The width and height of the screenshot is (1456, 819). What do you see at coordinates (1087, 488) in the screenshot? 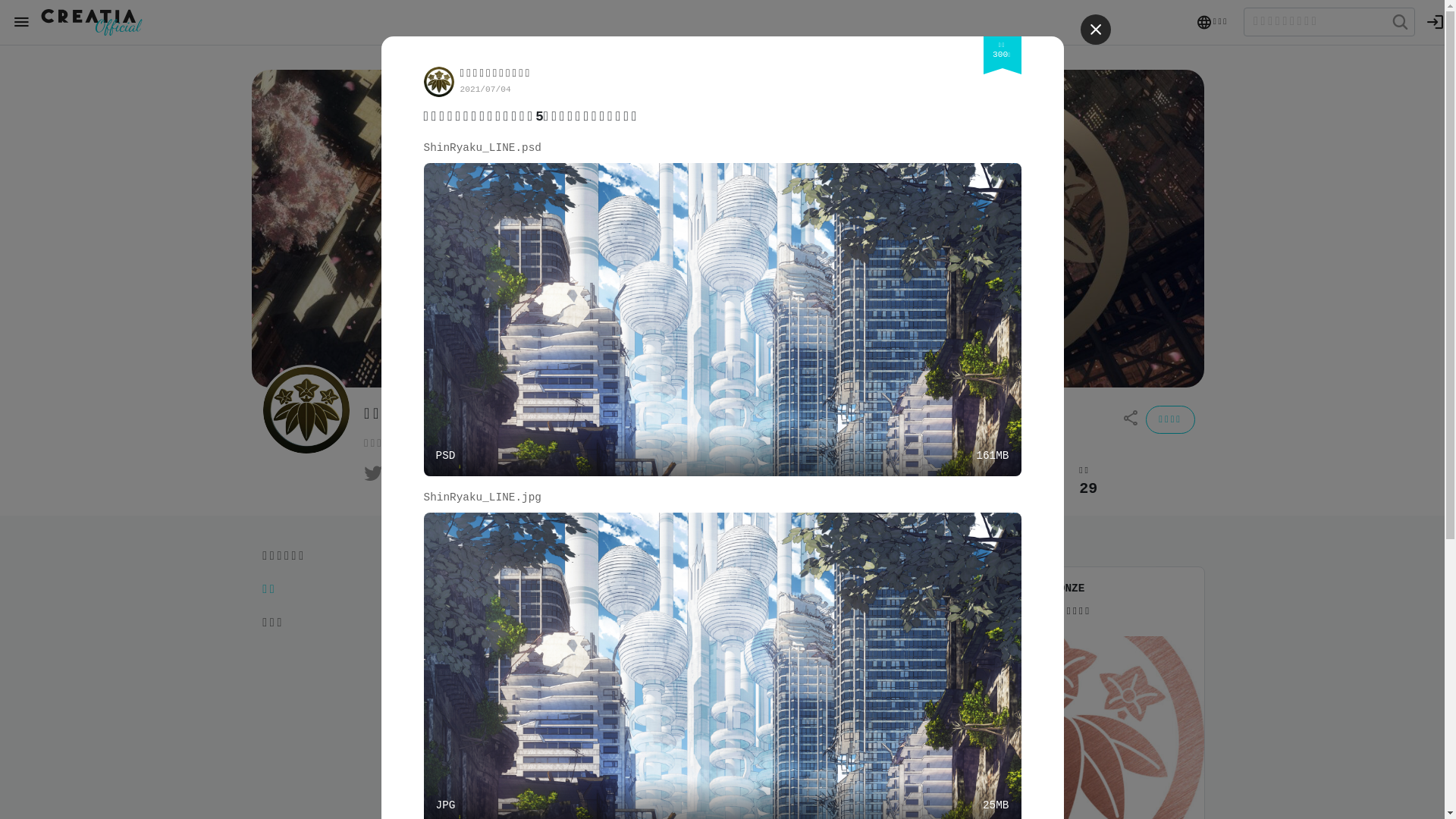
I see `'29'` at bounding box center [1087, 488].